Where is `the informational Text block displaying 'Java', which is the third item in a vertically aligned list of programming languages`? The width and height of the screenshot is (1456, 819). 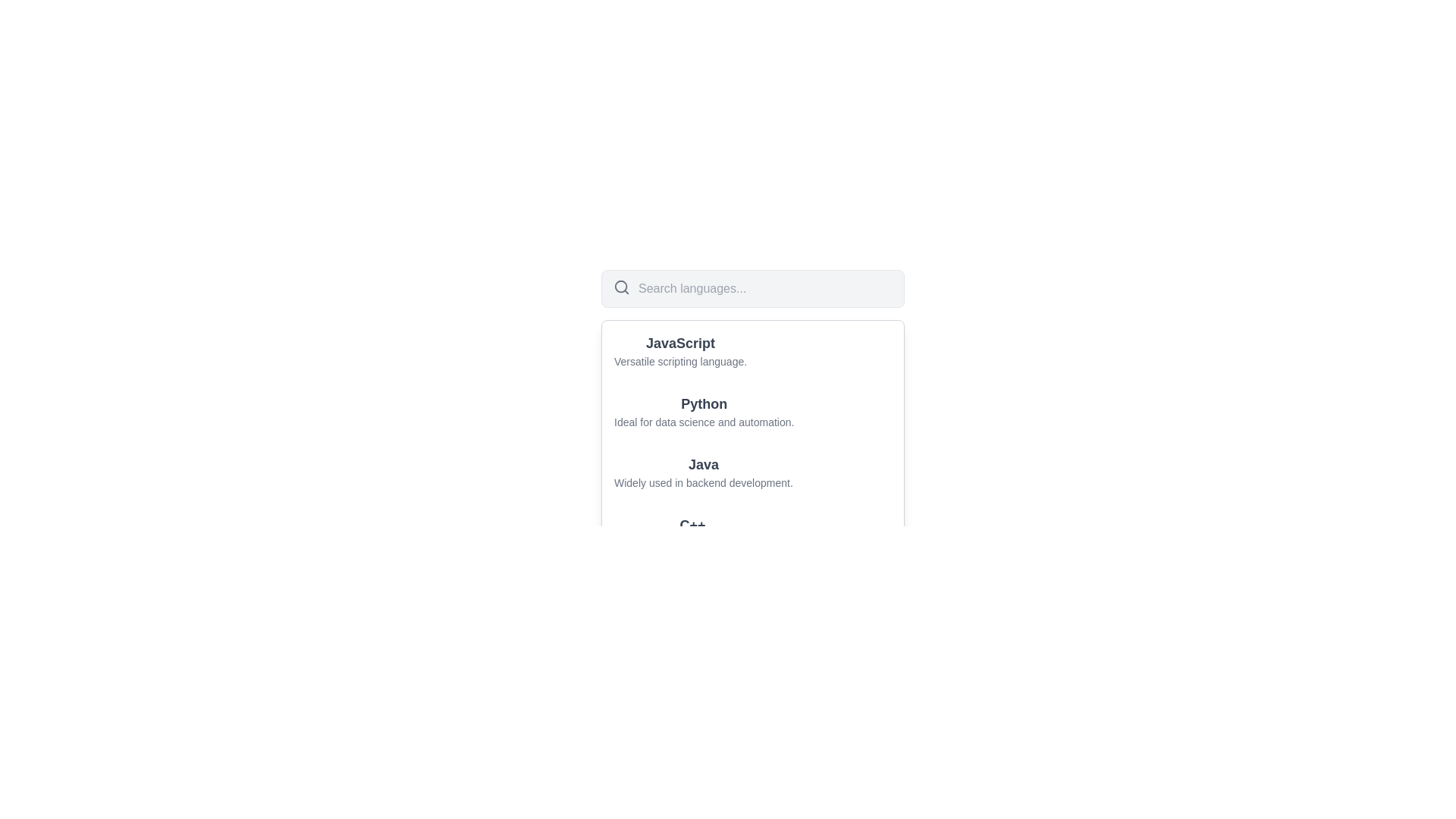
the informational Text block displaying 'Java', which is the third item in a vertically aligned list of programming languages is located at coordinates (753, 472).